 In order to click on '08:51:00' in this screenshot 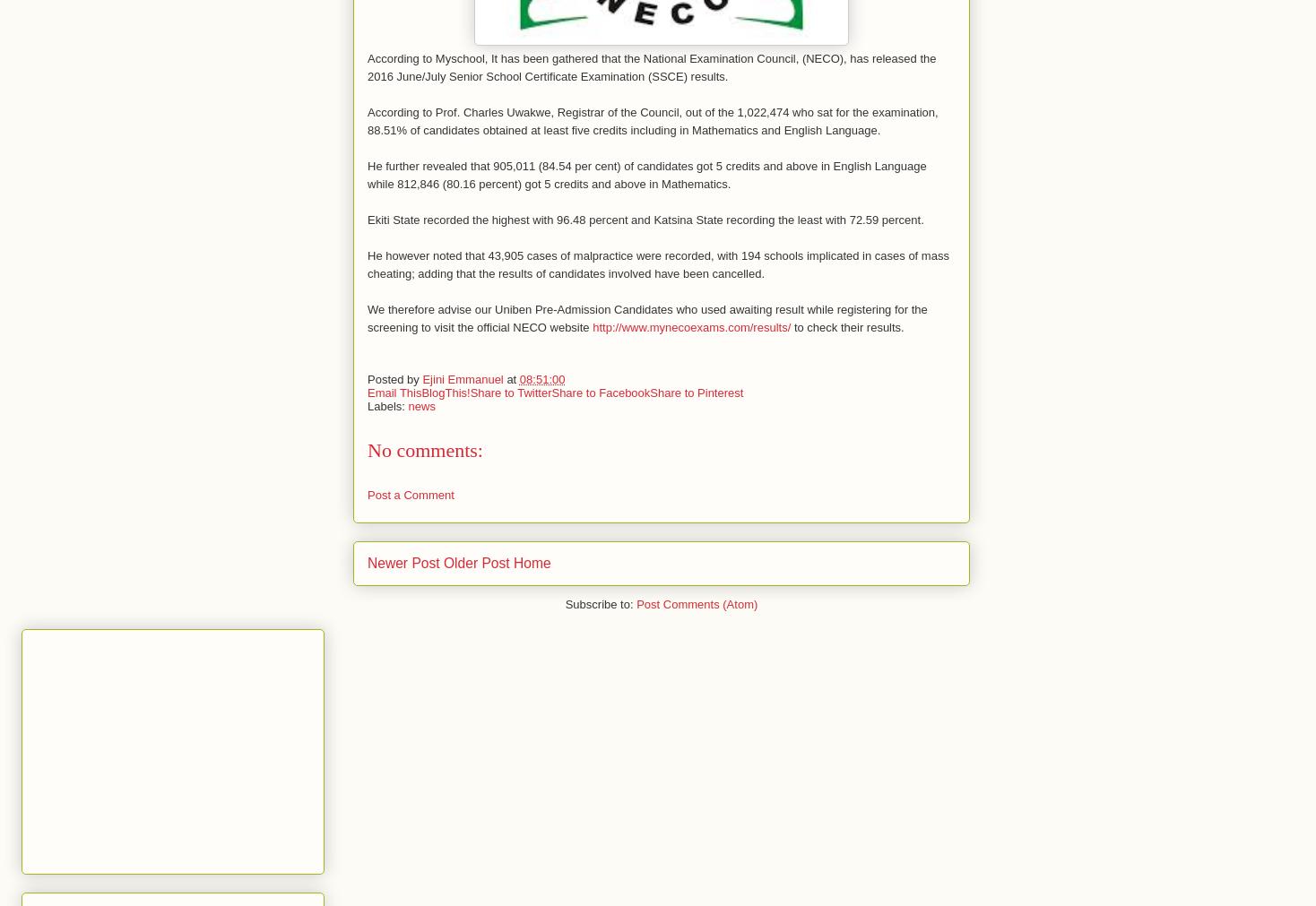, I will do `click(541, 377)`.